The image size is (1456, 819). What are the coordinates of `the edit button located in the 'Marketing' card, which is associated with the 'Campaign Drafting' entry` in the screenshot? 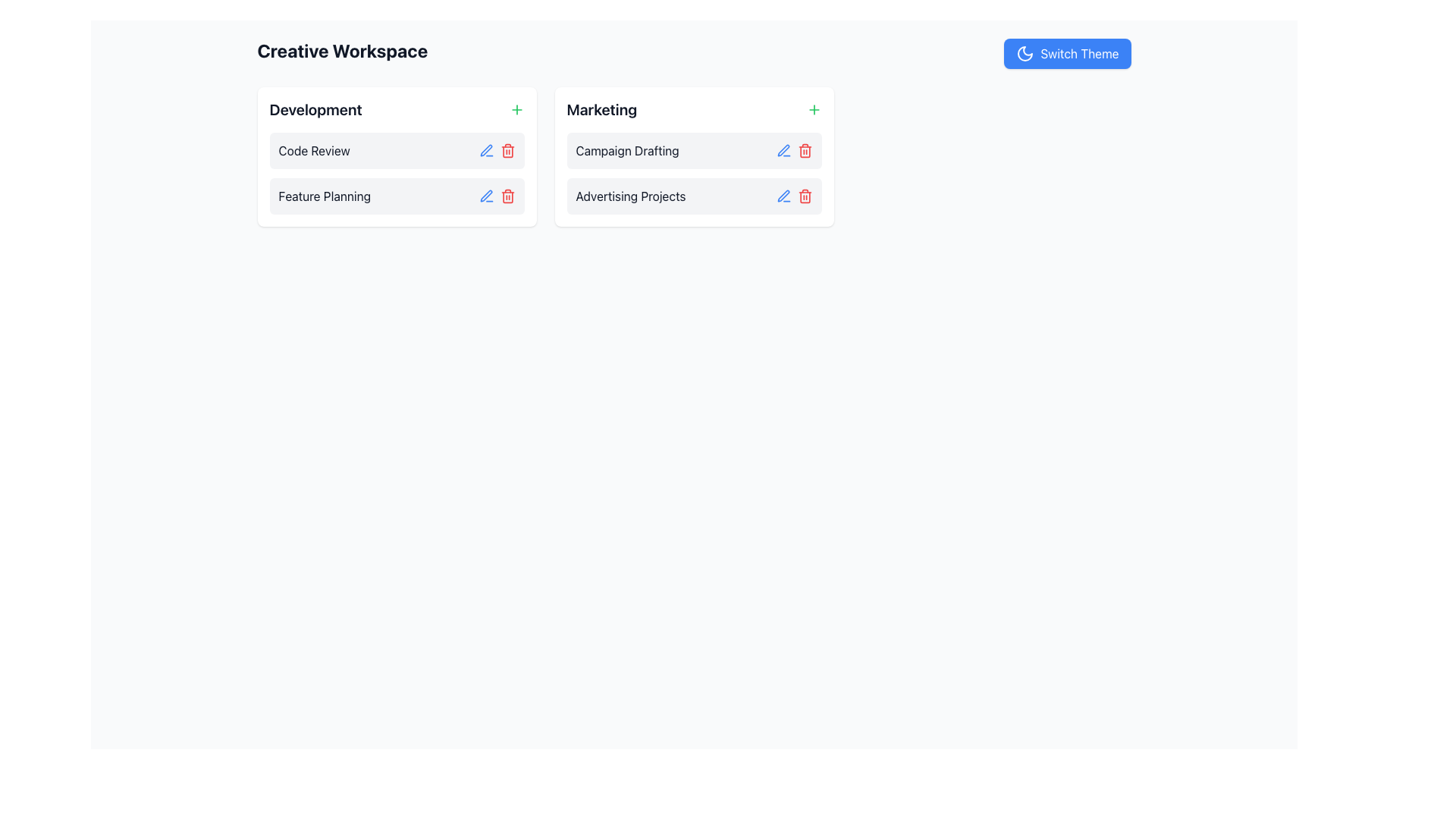 It's located at (783, 151).